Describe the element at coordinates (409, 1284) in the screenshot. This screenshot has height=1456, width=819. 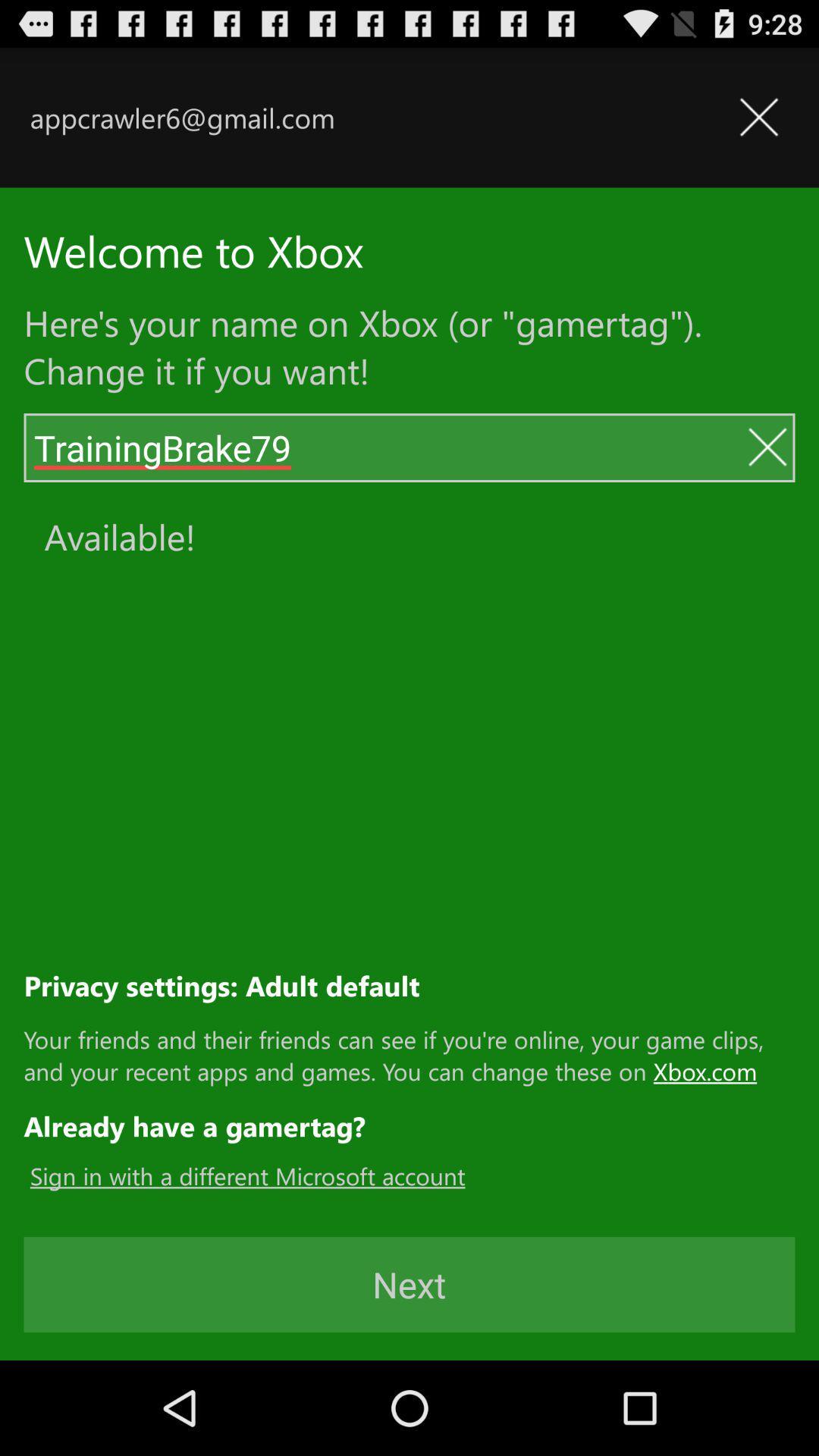
I see `the next button` at that location.